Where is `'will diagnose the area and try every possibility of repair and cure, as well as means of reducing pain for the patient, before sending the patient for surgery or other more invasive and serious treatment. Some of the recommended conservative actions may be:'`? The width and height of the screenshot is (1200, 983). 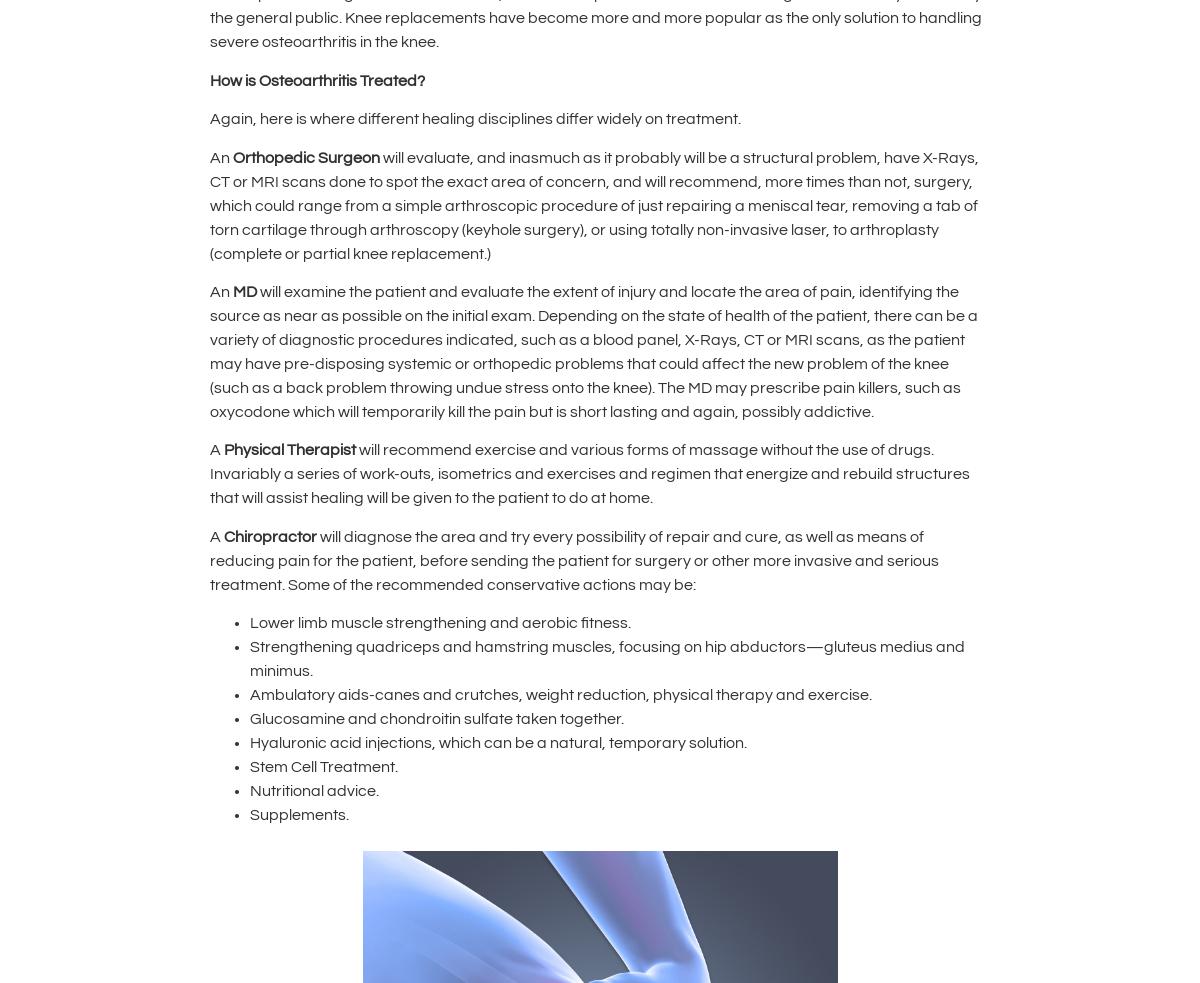 'will diagnose the area and try every possibility of repair and cure, as well as means of reducing pain for the patient, before sending the patient for surgery or other more invasive and serious treatment. Some of the recommended conservative actions may be:' is located at coordinates (573, 560).